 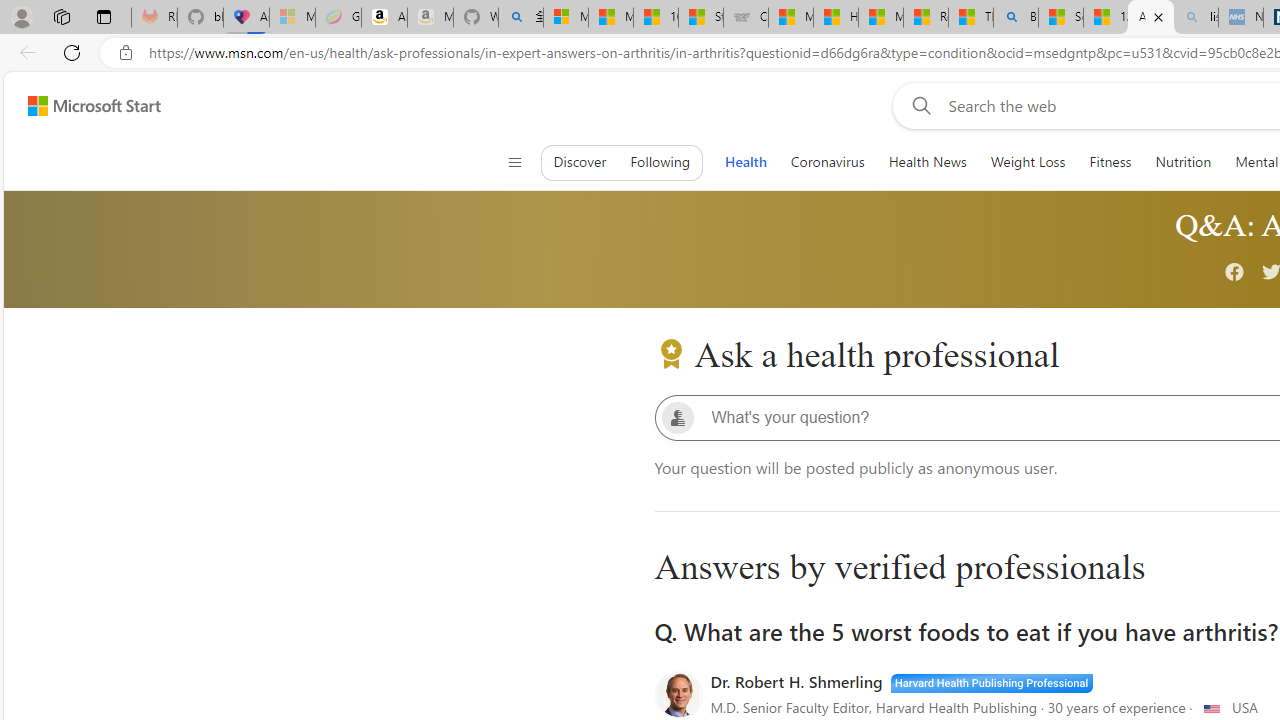 I want to click on 'Health News', so click(x=926, y=161).